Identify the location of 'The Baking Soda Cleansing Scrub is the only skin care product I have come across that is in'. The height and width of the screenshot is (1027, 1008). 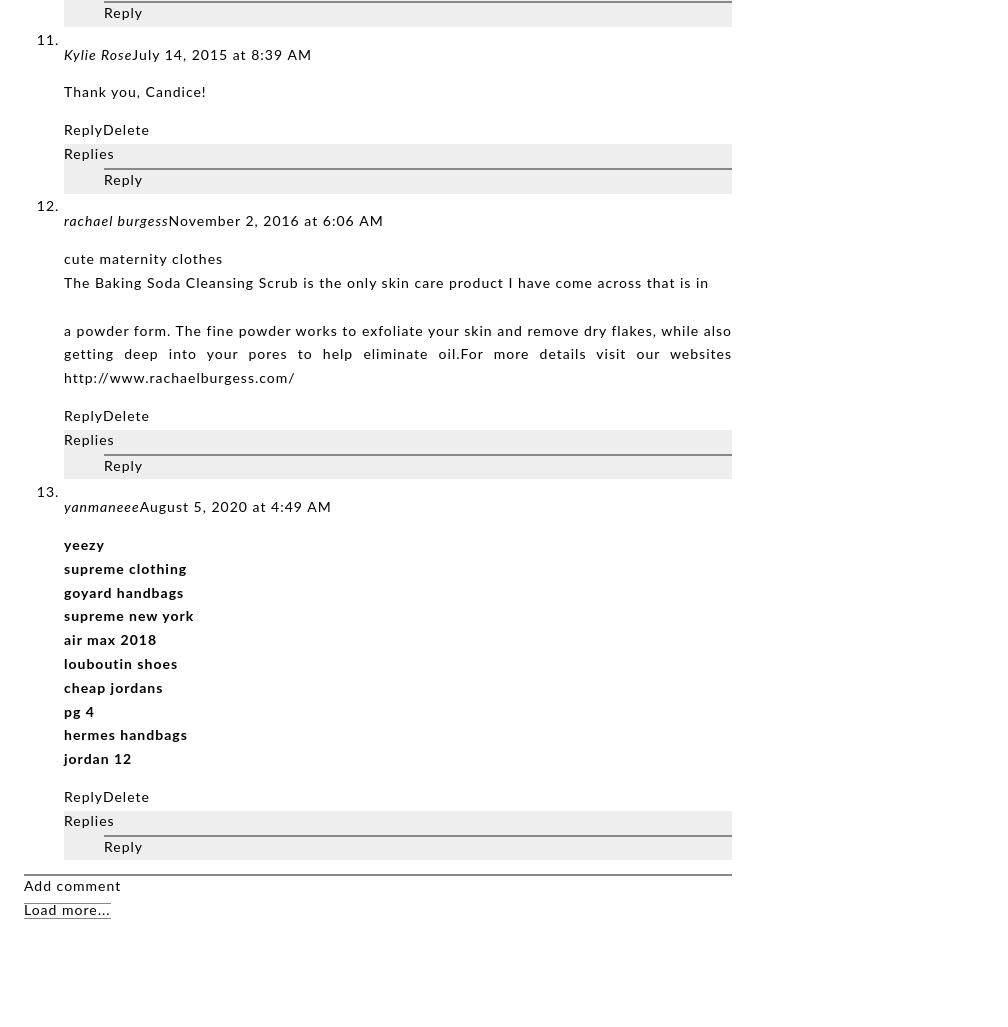
(386, 283).